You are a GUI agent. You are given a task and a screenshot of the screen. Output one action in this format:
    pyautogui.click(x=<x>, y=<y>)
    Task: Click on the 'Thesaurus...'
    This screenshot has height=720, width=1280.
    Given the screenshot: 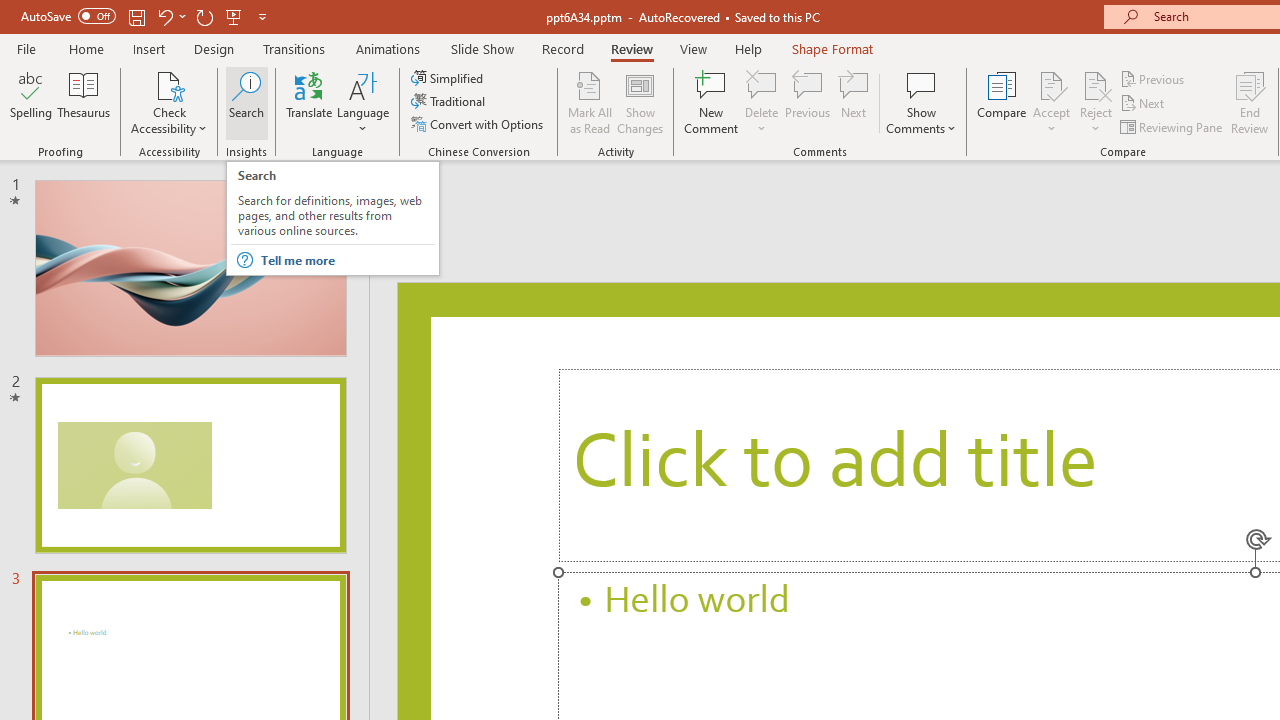 What is the action you would take?
    pyautogui.click(x=82, y=103)
    